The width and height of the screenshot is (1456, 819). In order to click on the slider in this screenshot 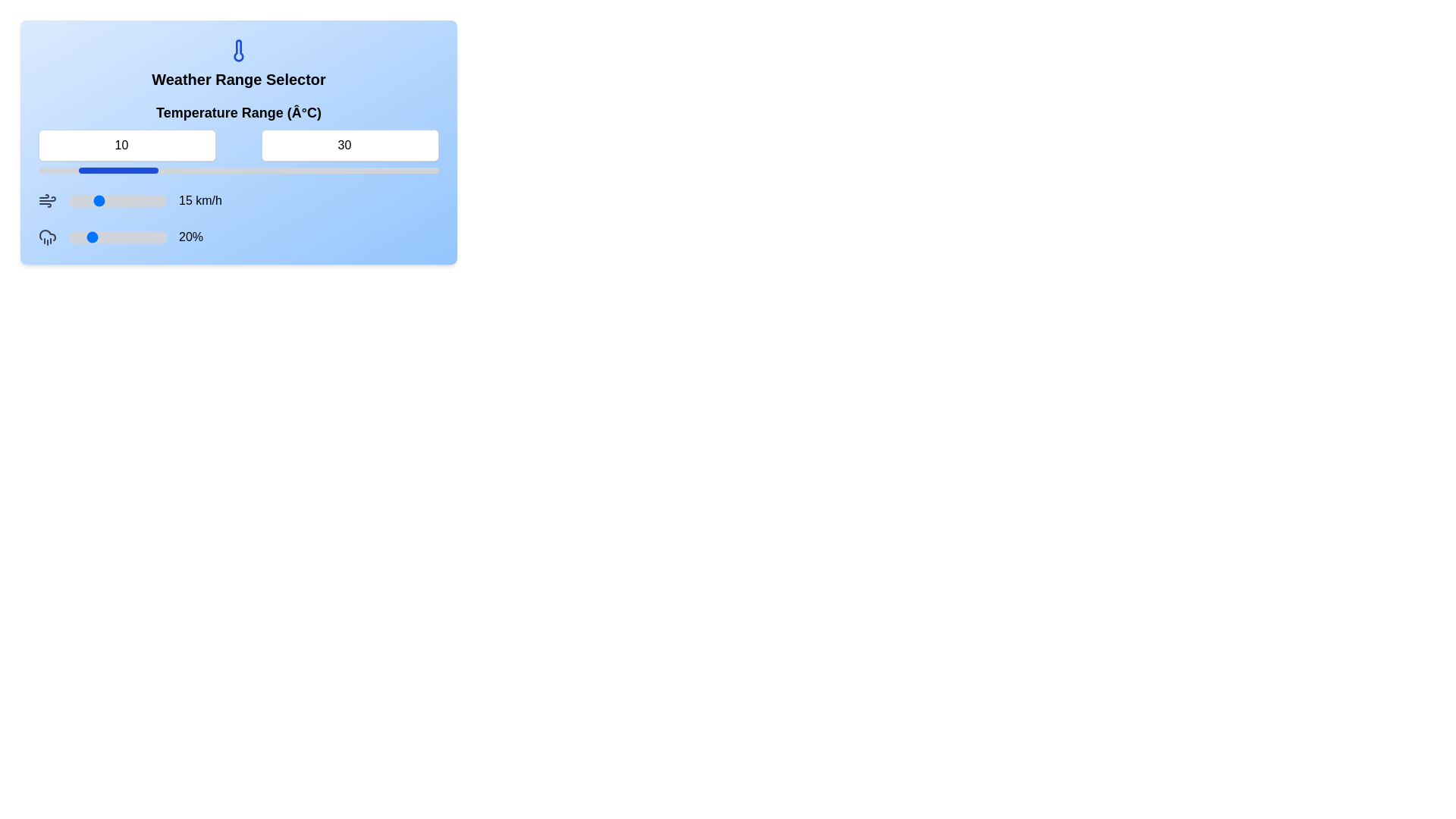, I will do `click(83, 237)`.